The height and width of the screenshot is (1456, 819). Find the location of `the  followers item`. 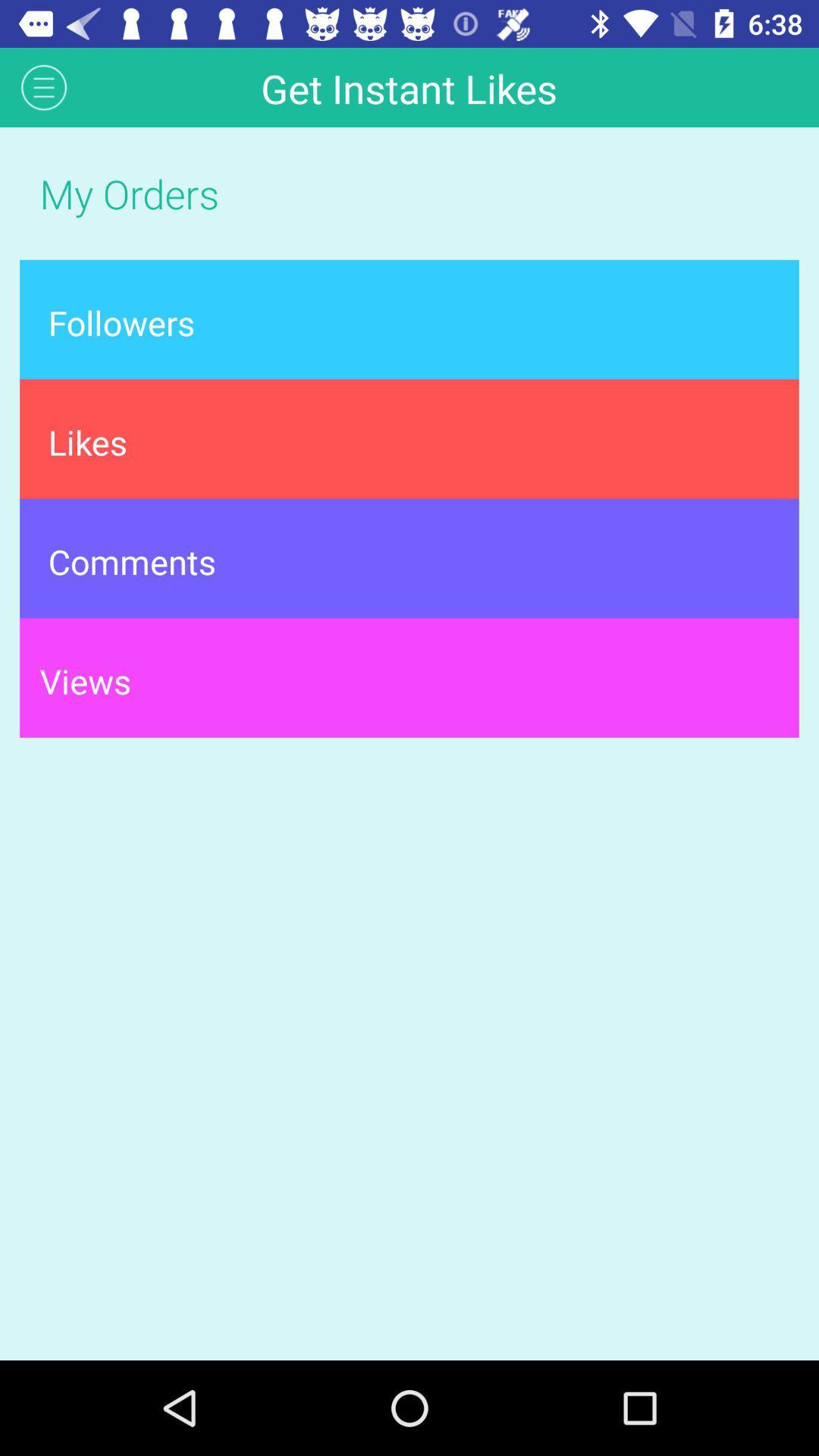

the  followers item is located at coordinates (409, 318).